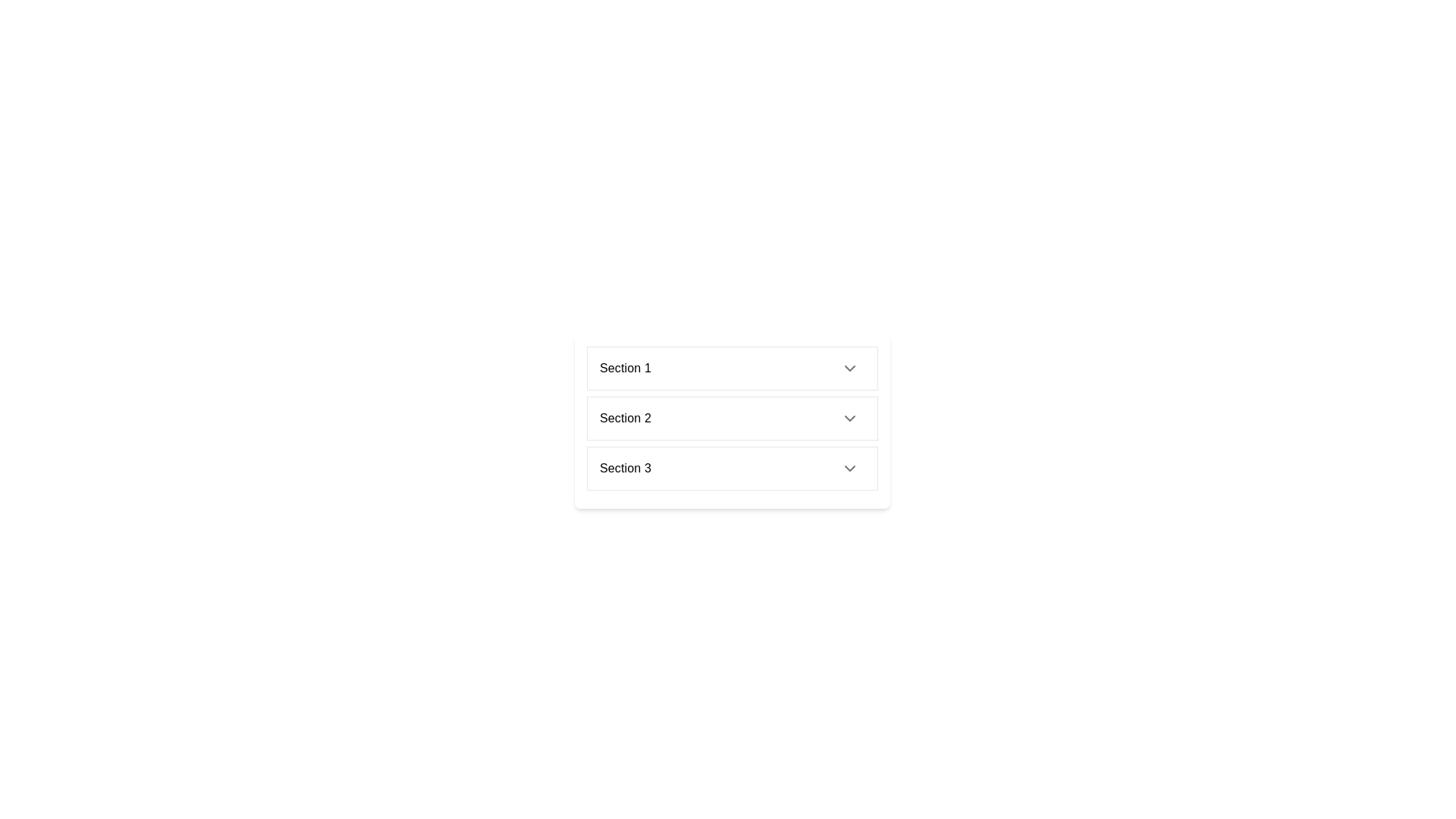 Image resolution: width=1456 pixels, height=819 pixels. Describe the element at coordinates (732, 421) in the screenshot. I see `the second item in the vertical list labeled 'Section 2'` at that location.